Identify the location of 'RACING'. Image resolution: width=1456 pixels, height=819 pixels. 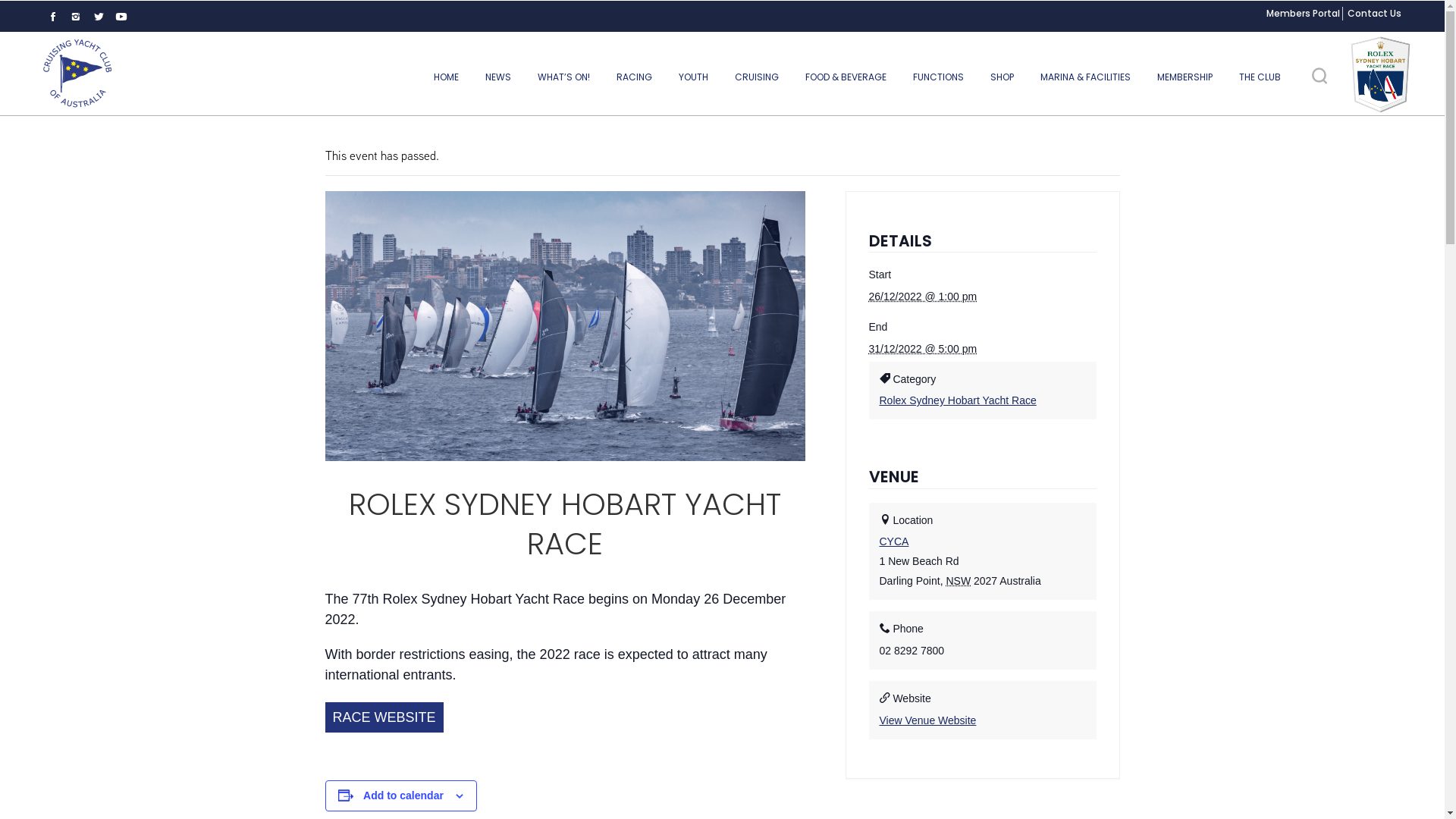
(634, 77).